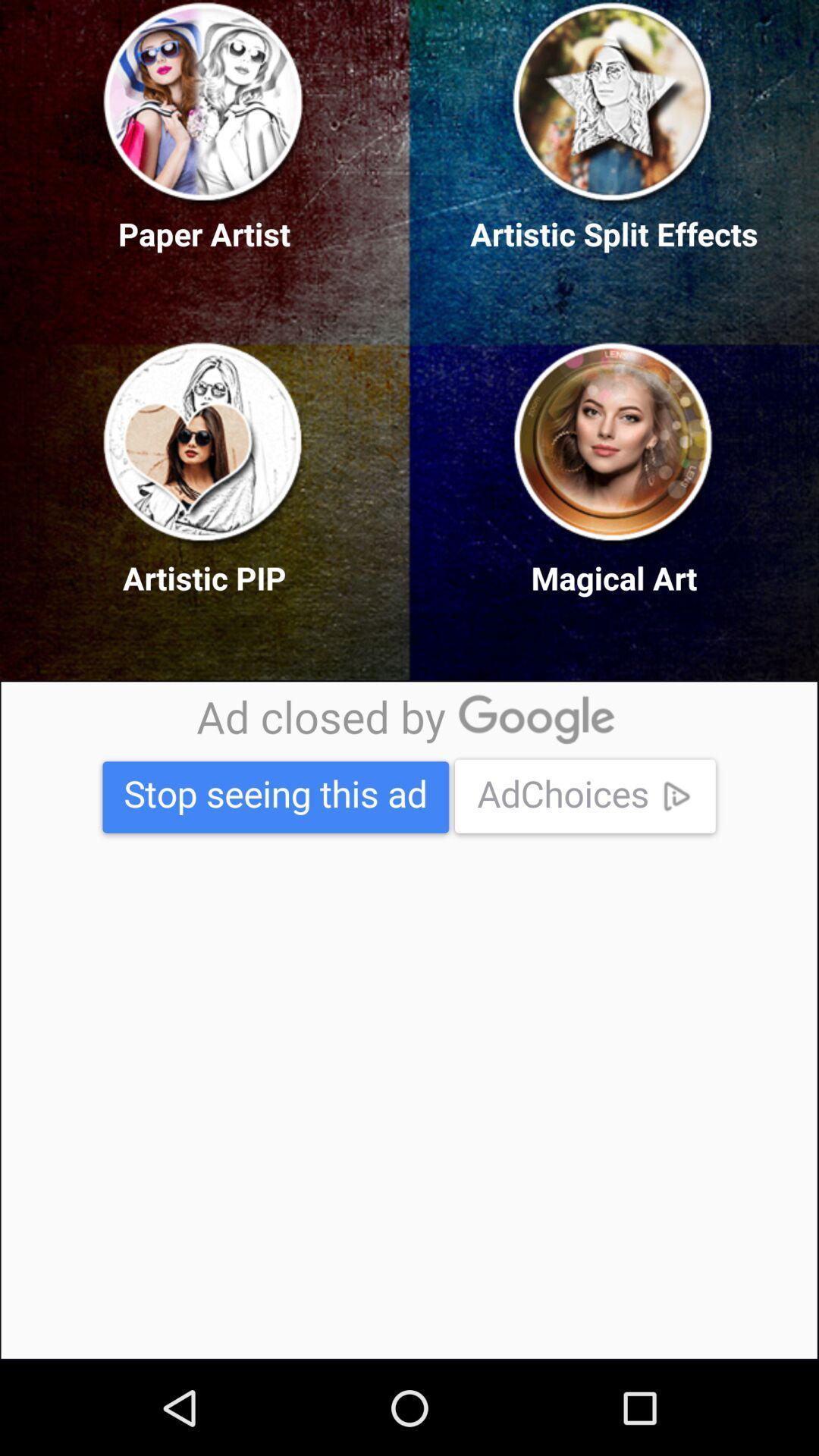 This screenshot has height=1456, width=819. I want to click on advertisement, so click(408, 1020).